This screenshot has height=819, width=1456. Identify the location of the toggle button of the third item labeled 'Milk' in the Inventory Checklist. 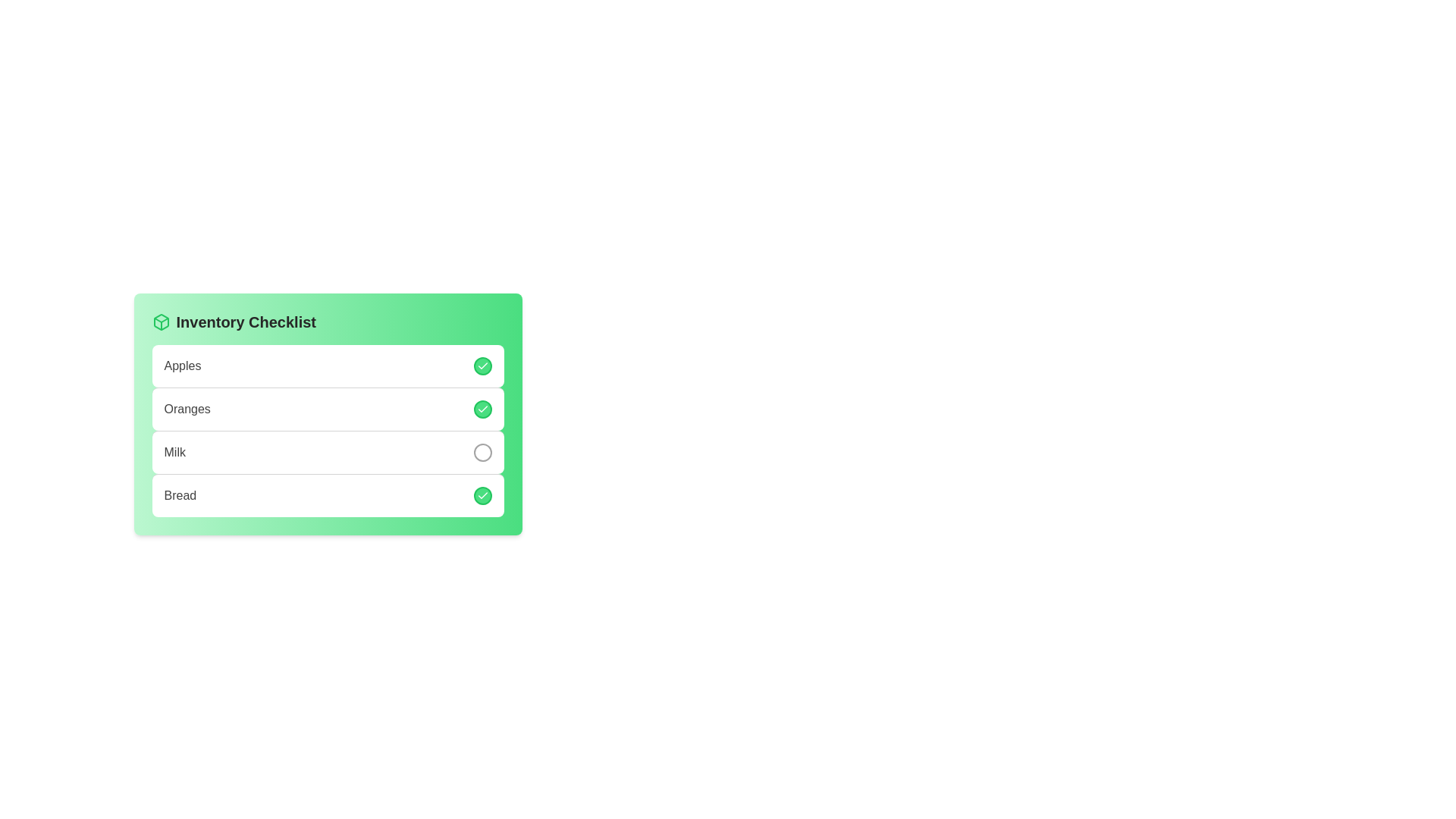
(327, 445).